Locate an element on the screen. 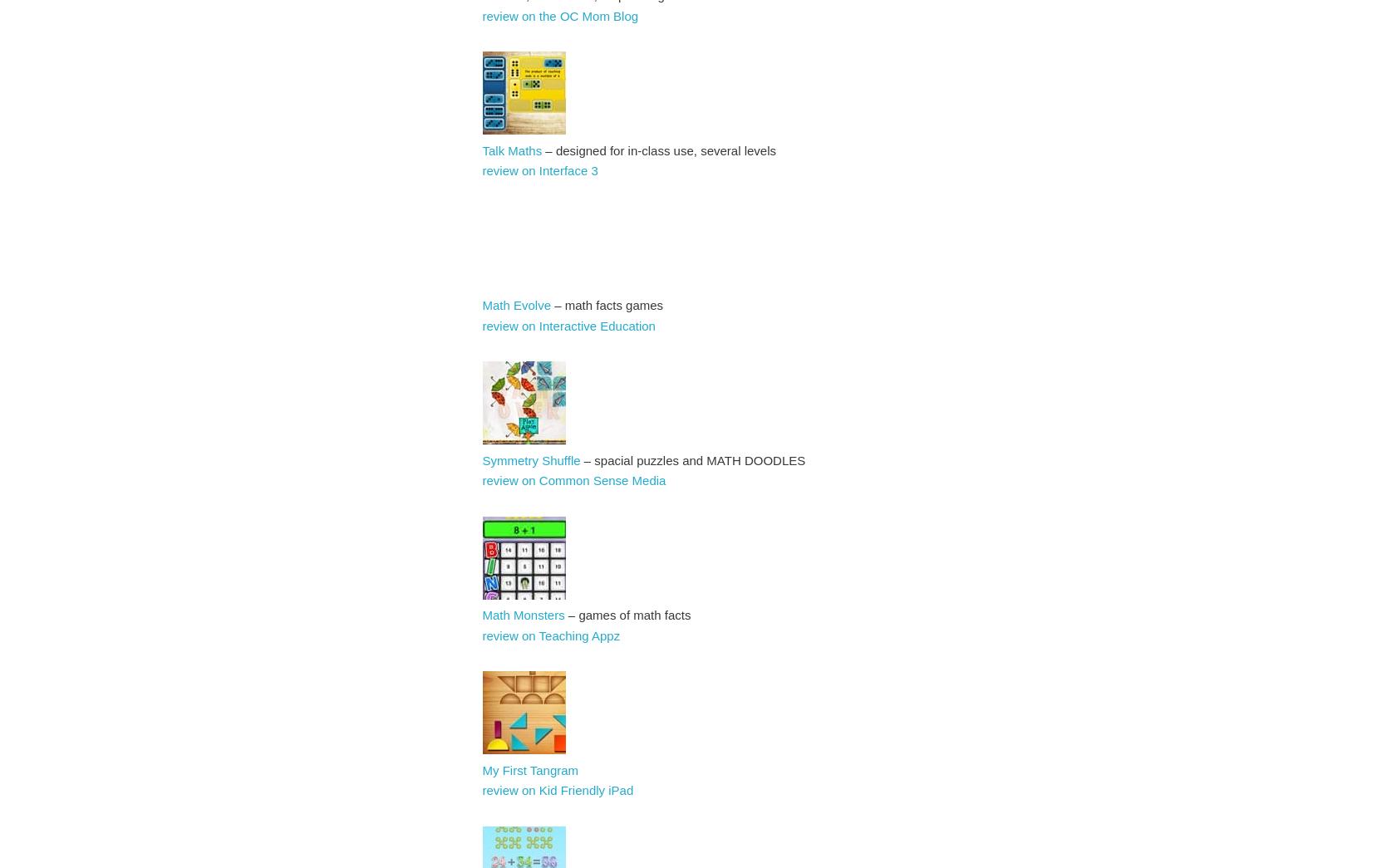 The height and width of the screenshot is (868, 1377). '– spacial puzzles and MATH DOODLES' is located at coordinates (692, 459).